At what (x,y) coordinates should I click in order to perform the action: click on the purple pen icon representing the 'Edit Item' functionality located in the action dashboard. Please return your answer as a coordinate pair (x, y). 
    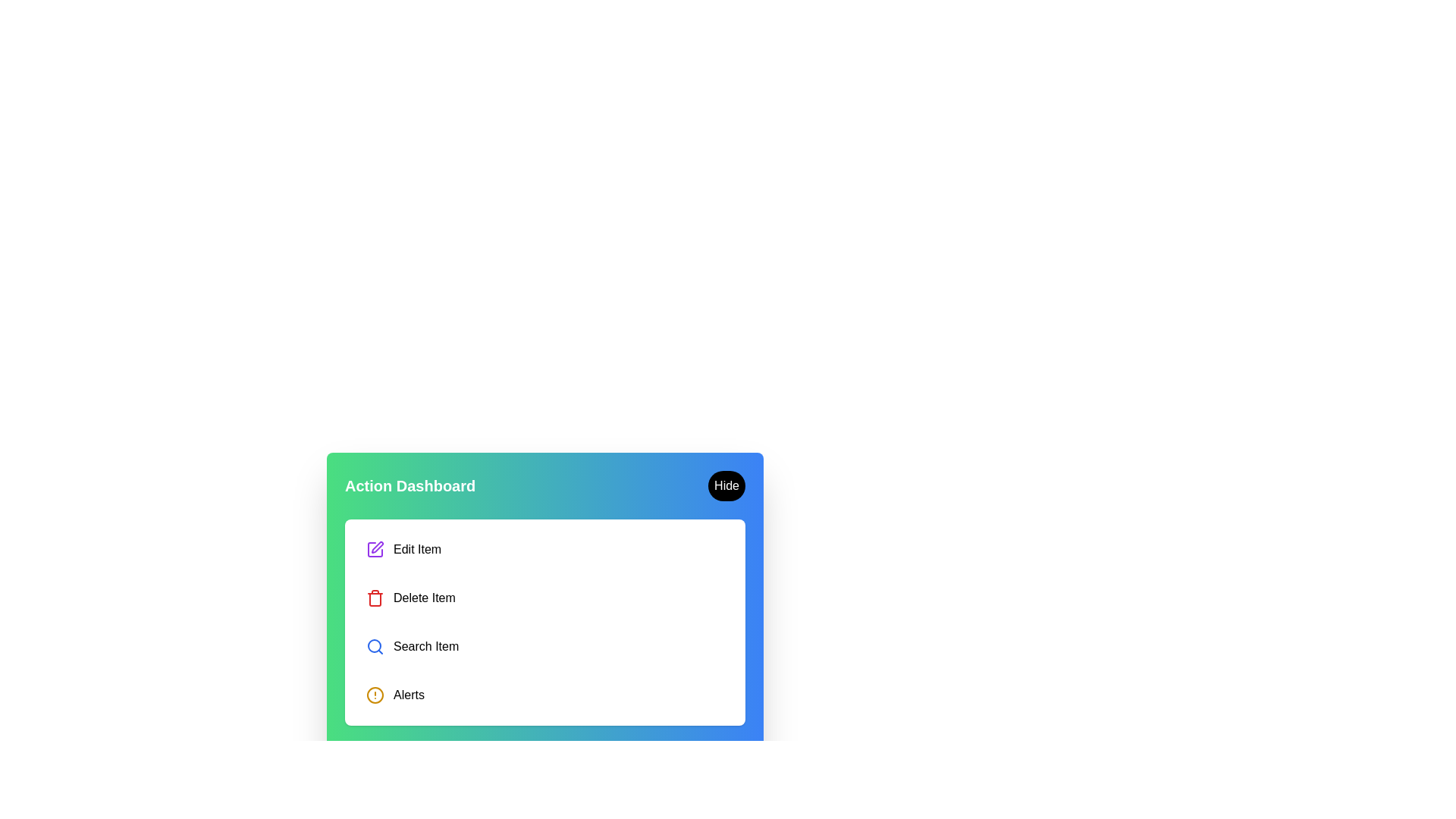
    Looking at the image, I should click on (378, 547).